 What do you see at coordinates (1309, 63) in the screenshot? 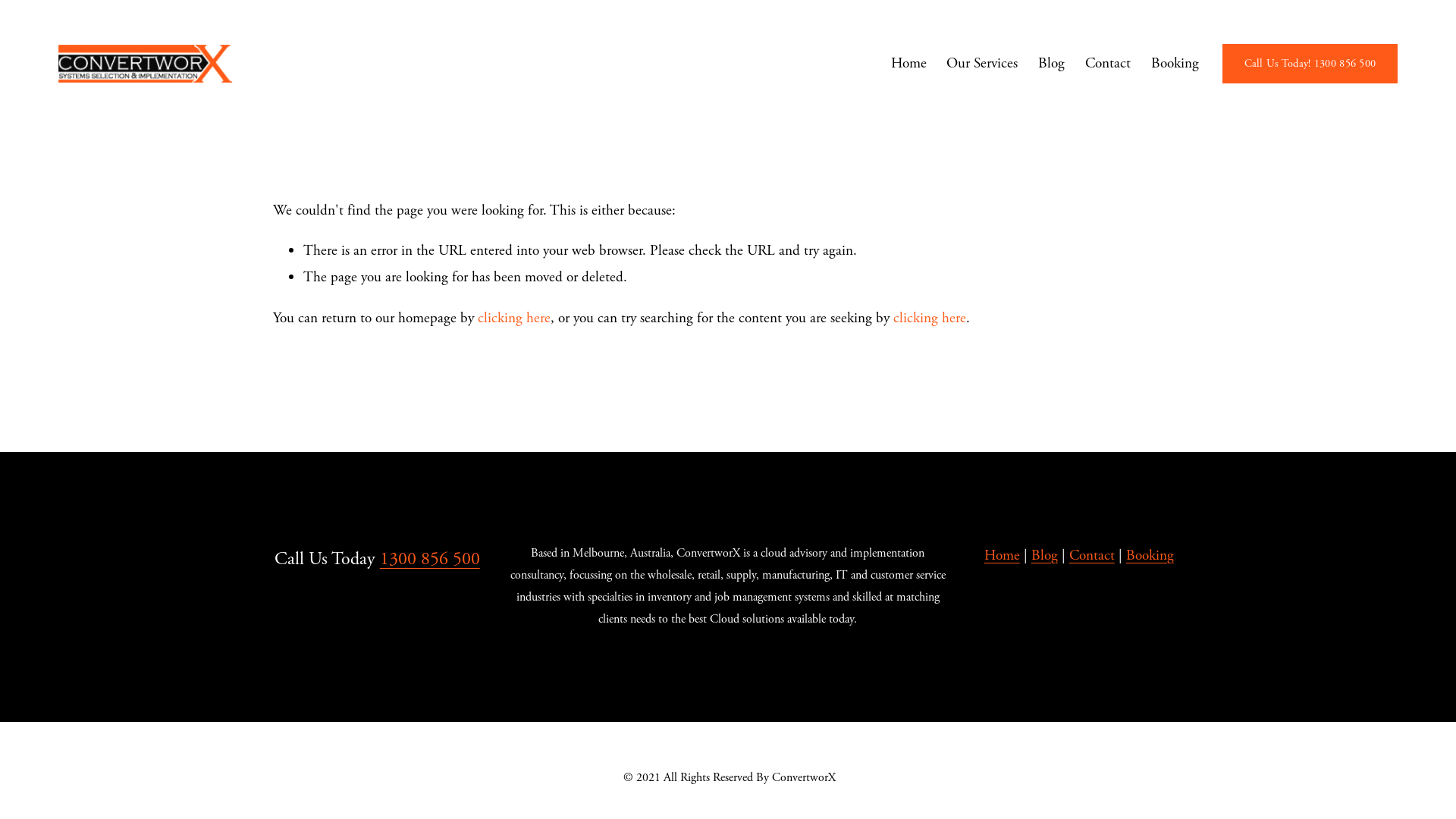
I see `'Call Us Today! 1300 856 500'` at bounding box center [1309, 63].